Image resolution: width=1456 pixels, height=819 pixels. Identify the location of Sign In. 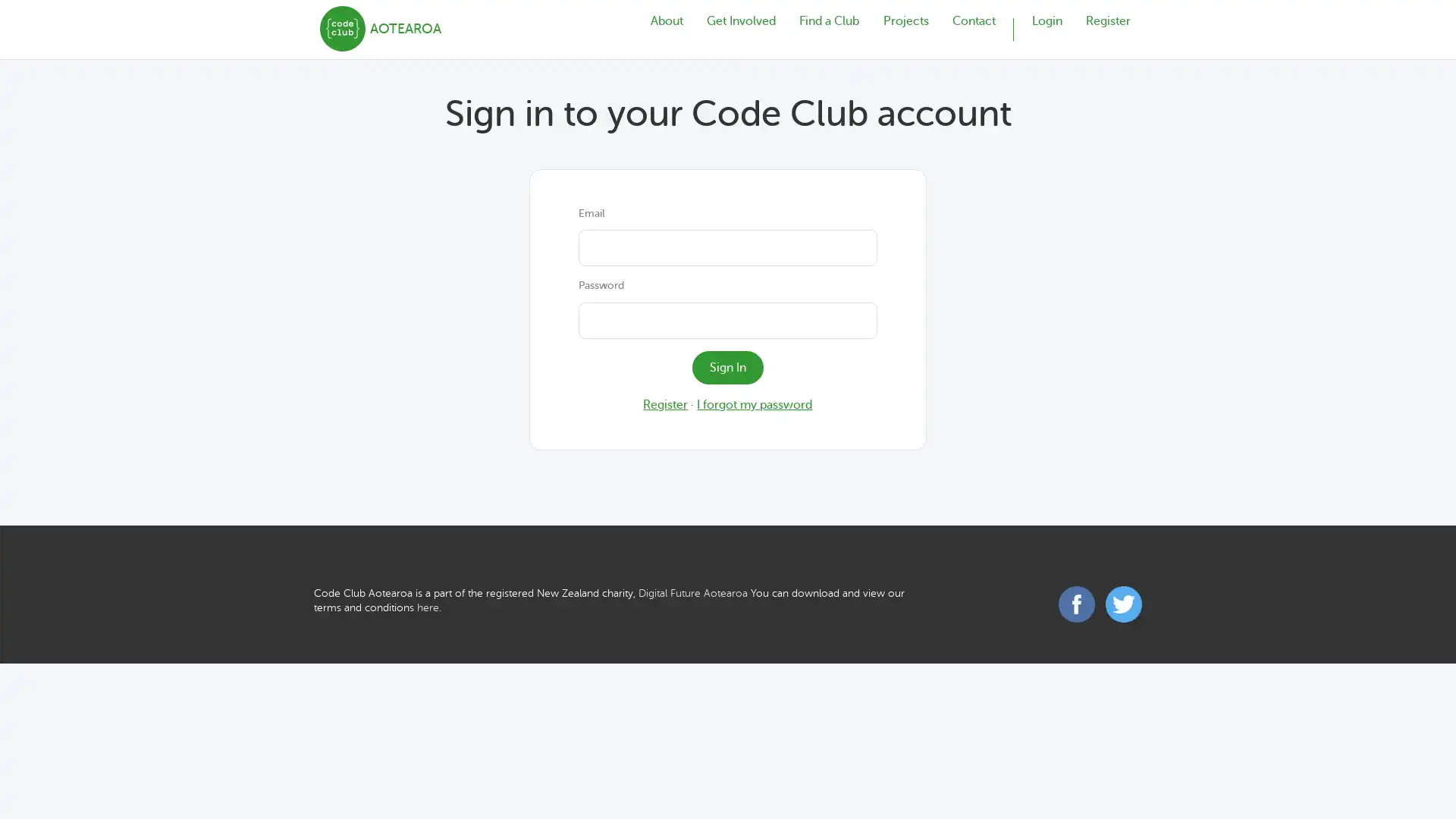
(726, 366).